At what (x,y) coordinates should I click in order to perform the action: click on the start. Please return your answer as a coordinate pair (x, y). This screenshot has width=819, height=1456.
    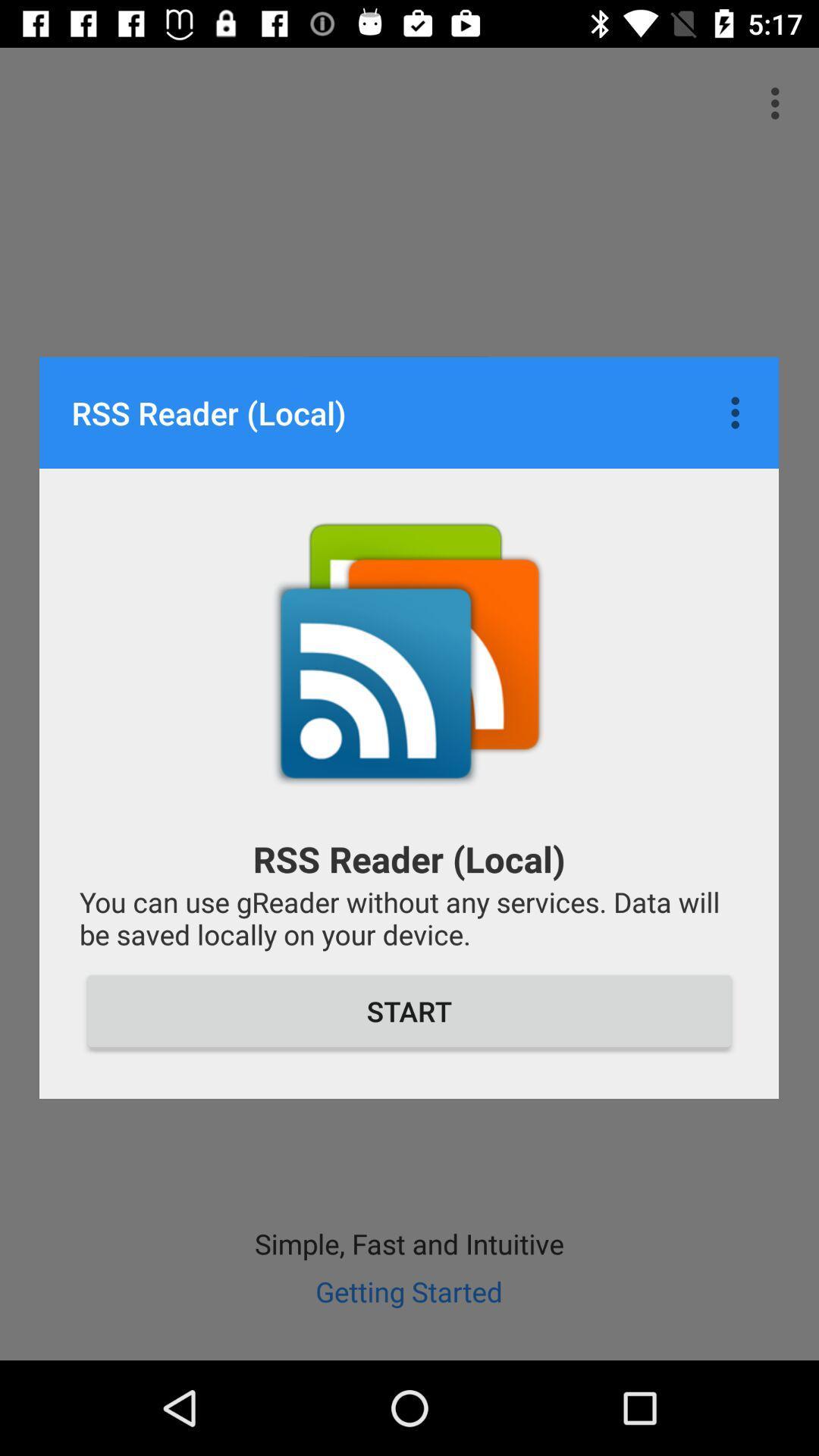
    Looking at the image, I should click on (409, 1011).